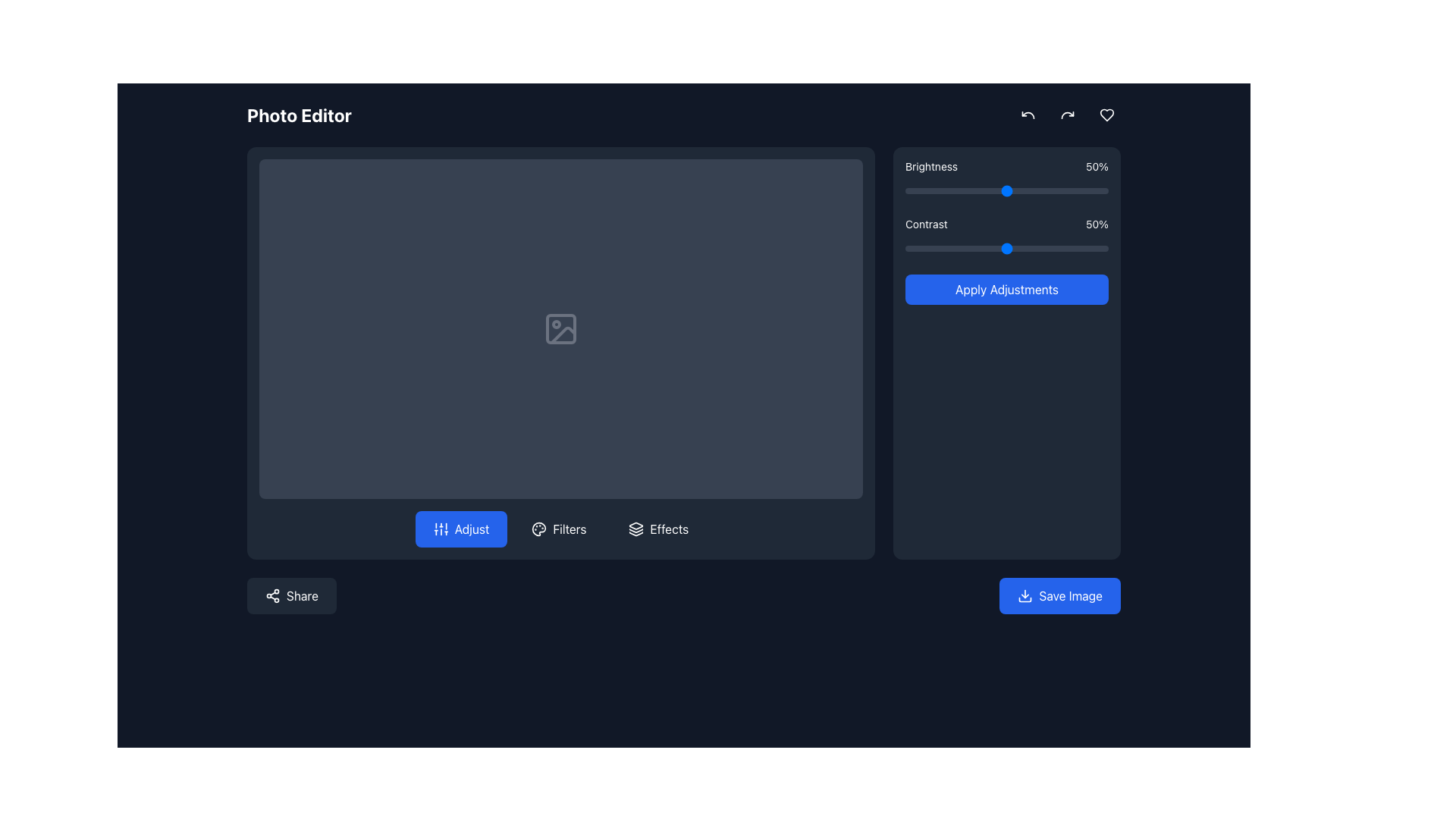  What do you see at coordinates (273, 595) in the screenshot?
I see `the share icon, which is depicted as a set of interconnected circles and located to the left of the text 'Share' at the bottom-left of the interface` at bounding box center [273, 595].